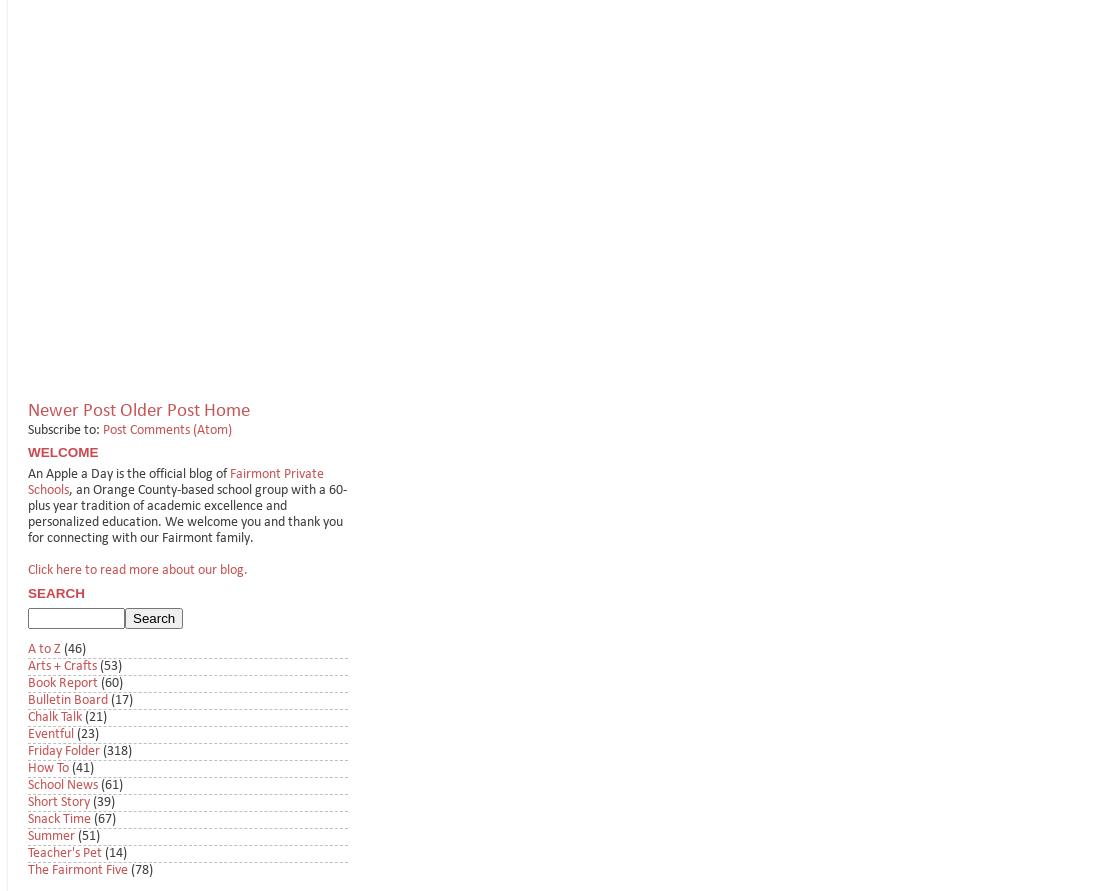 Image resolution: width=1098 pixels, height=891 pixels. I want to click on '(14)', so click(115, 852).